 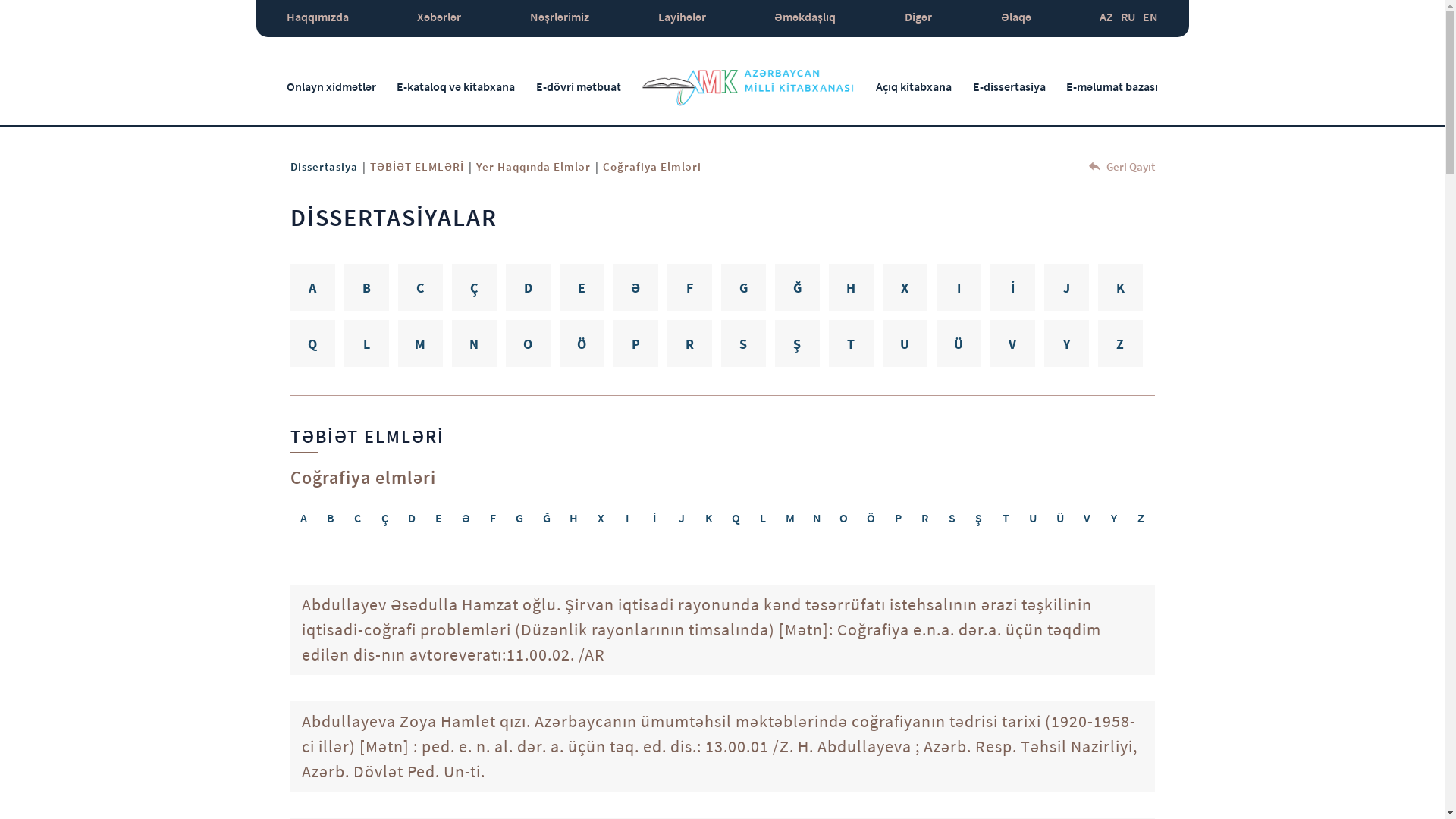 What do you see at coordinates (366, 343) in the screenshot?
I see `'L'` at bounding box center [366, 343].